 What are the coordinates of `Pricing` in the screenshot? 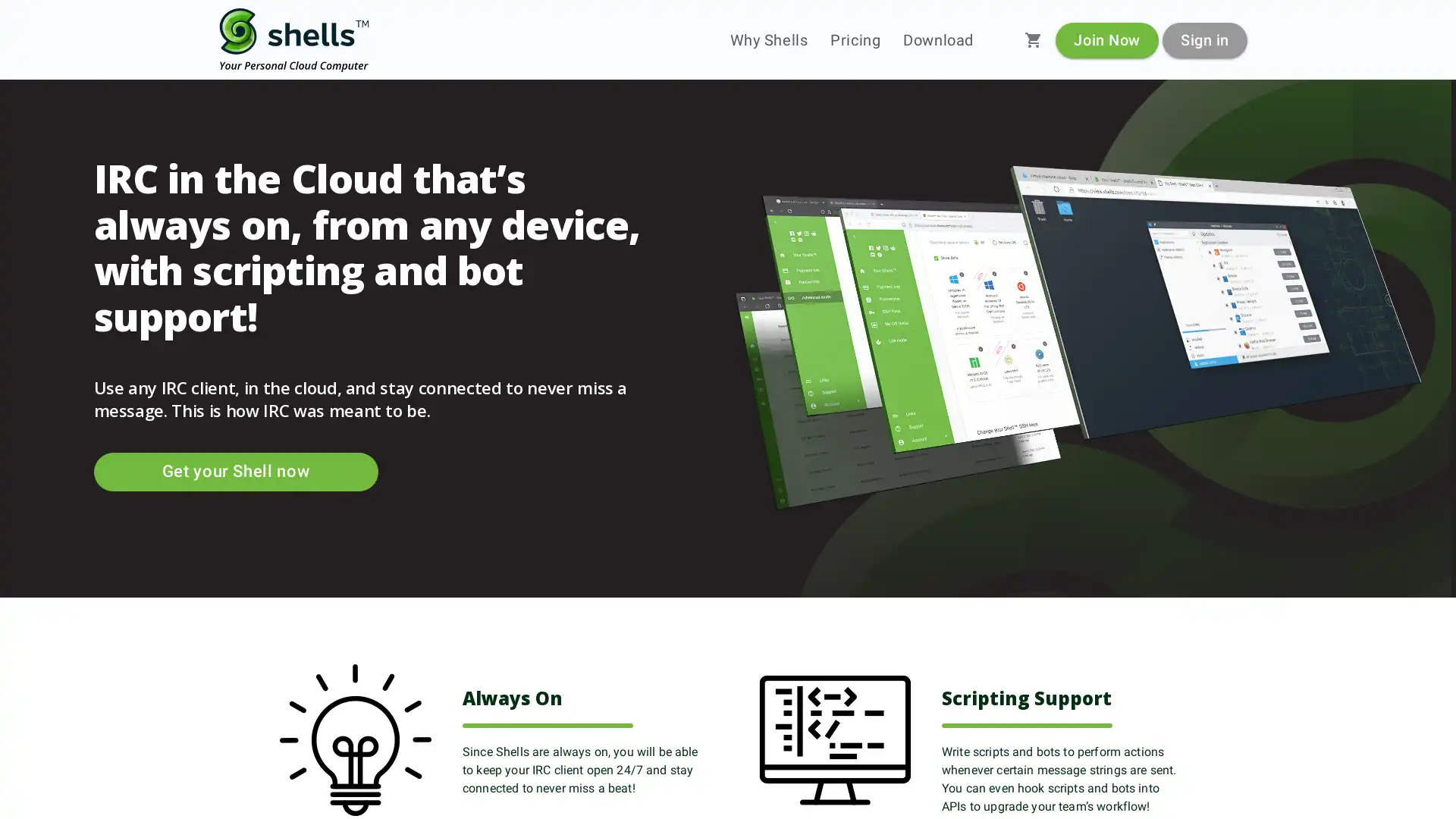 It's located at (855, 39).